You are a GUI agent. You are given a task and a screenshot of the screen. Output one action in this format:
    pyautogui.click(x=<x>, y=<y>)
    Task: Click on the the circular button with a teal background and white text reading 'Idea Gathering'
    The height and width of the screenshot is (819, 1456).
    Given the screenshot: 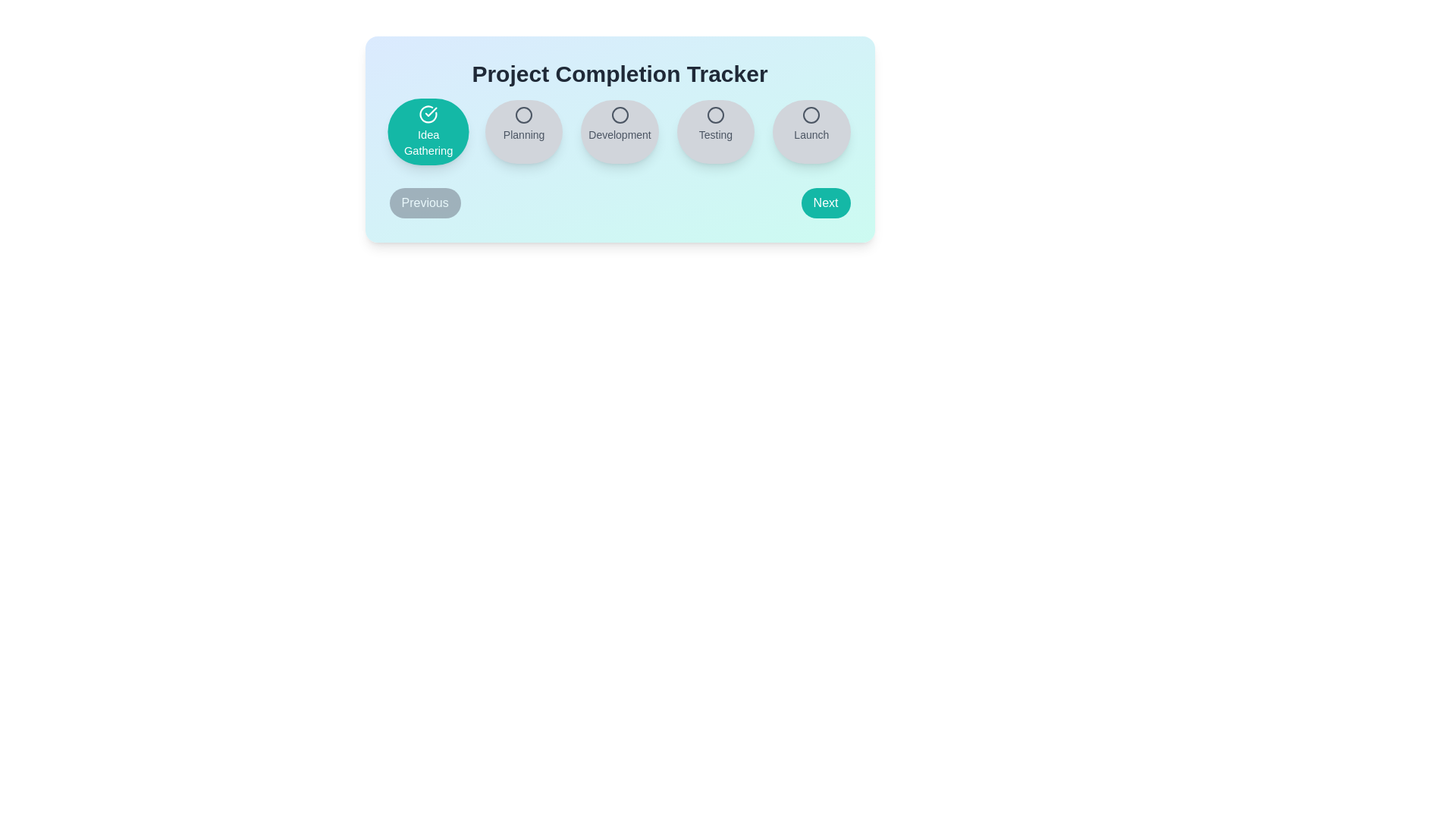 What is the action you would take?
    pyautogui.click(x=427, y=130)
    